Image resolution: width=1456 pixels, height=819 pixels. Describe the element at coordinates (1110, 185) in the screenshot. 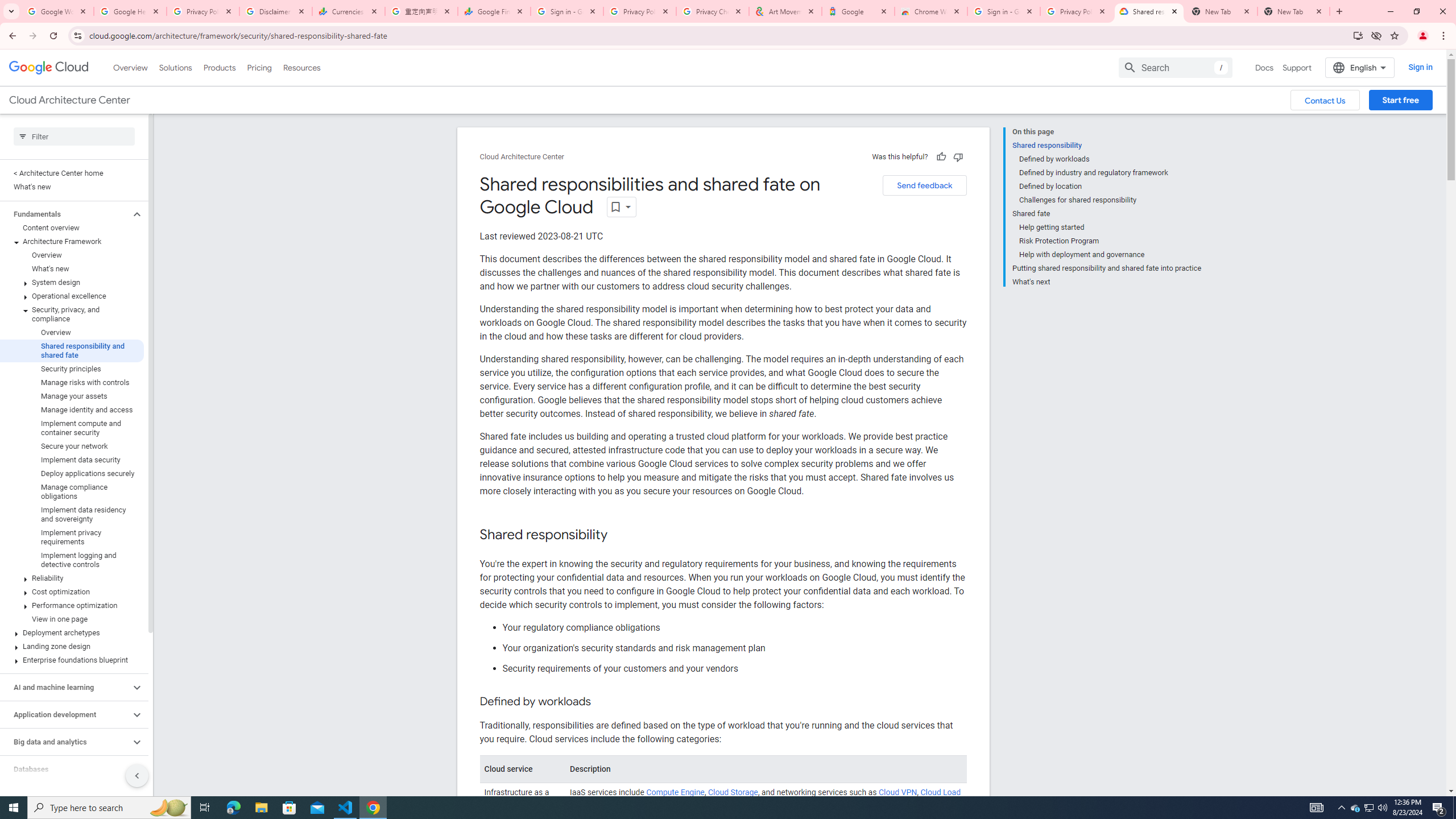

I see `'Defined by location'` at that location.